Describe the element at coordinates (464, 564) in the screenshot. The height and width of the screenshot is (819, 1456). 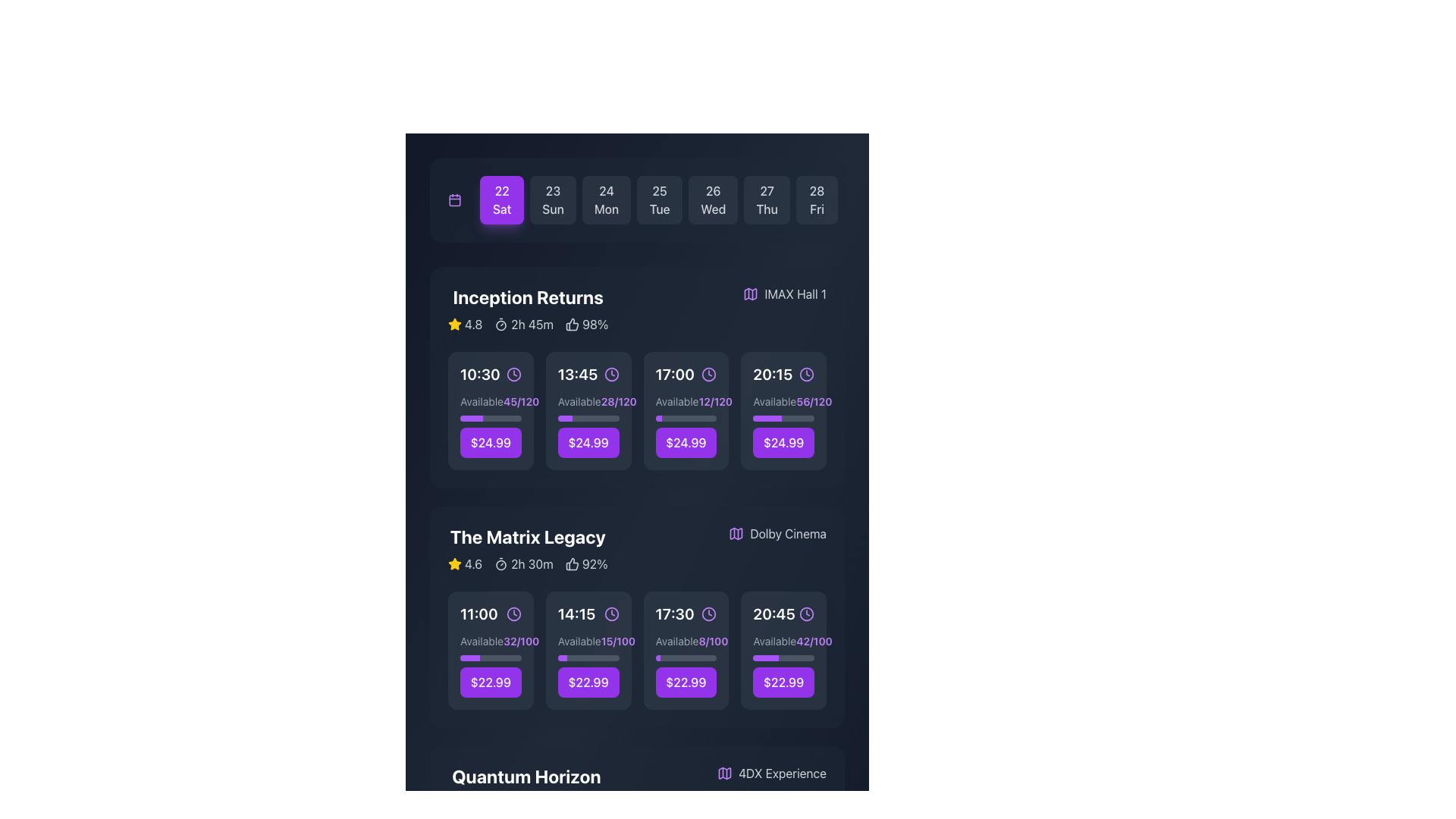
I see `the rating display for 'The Matrix Legacy' movie, which shows a yellow star icon and the number '4.6'` at that location.